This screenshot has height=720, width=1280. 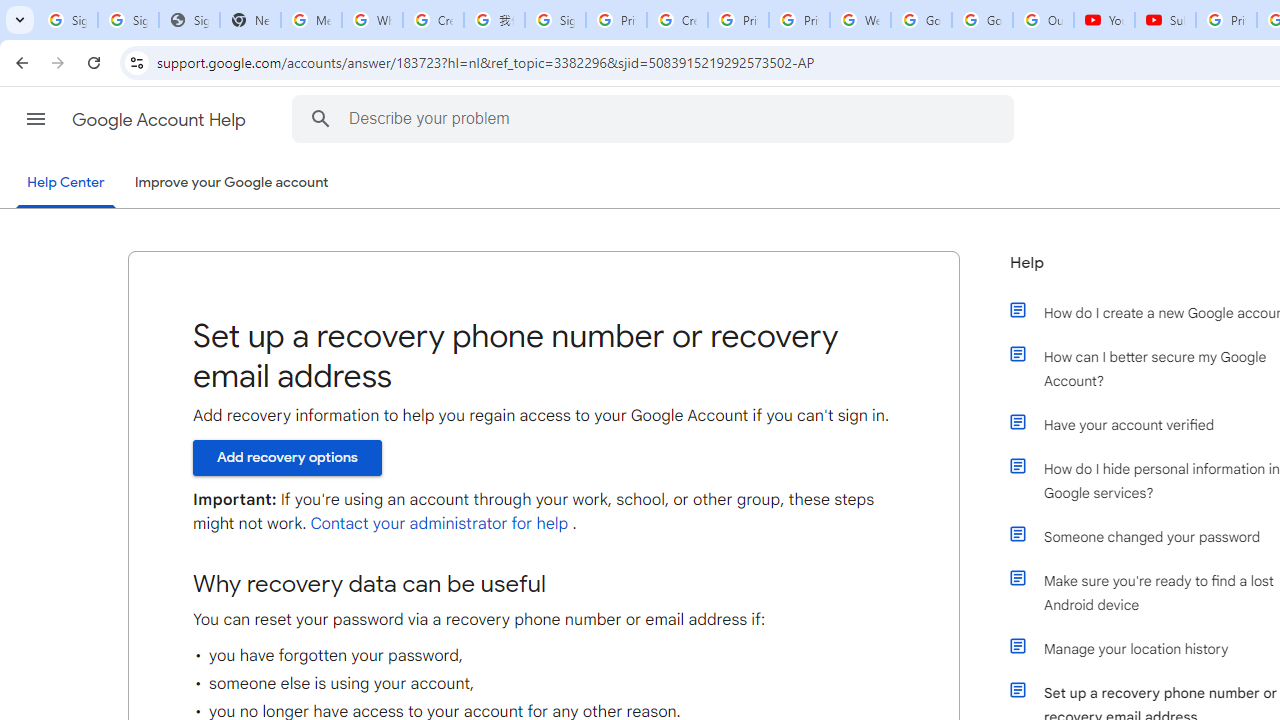 I want to click on 'Search the Help Center', so click(x=320, y=118).